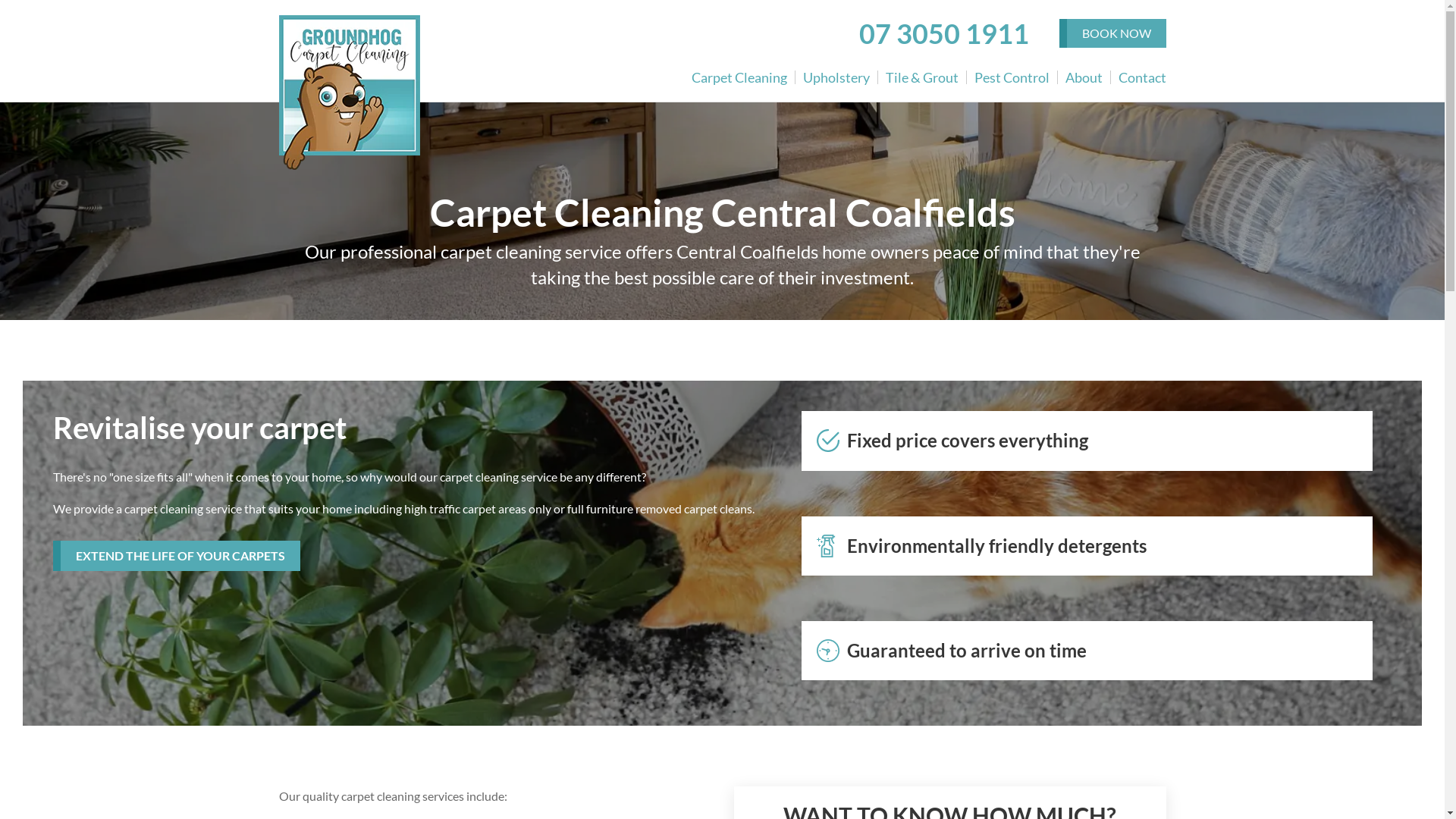 Image resolution: width=1456 pixels, height=819 pixels. What do you see at coordinates (835, 77) in the screenshot?
I see `'Upholstery'` at bounding box center [835, 77].